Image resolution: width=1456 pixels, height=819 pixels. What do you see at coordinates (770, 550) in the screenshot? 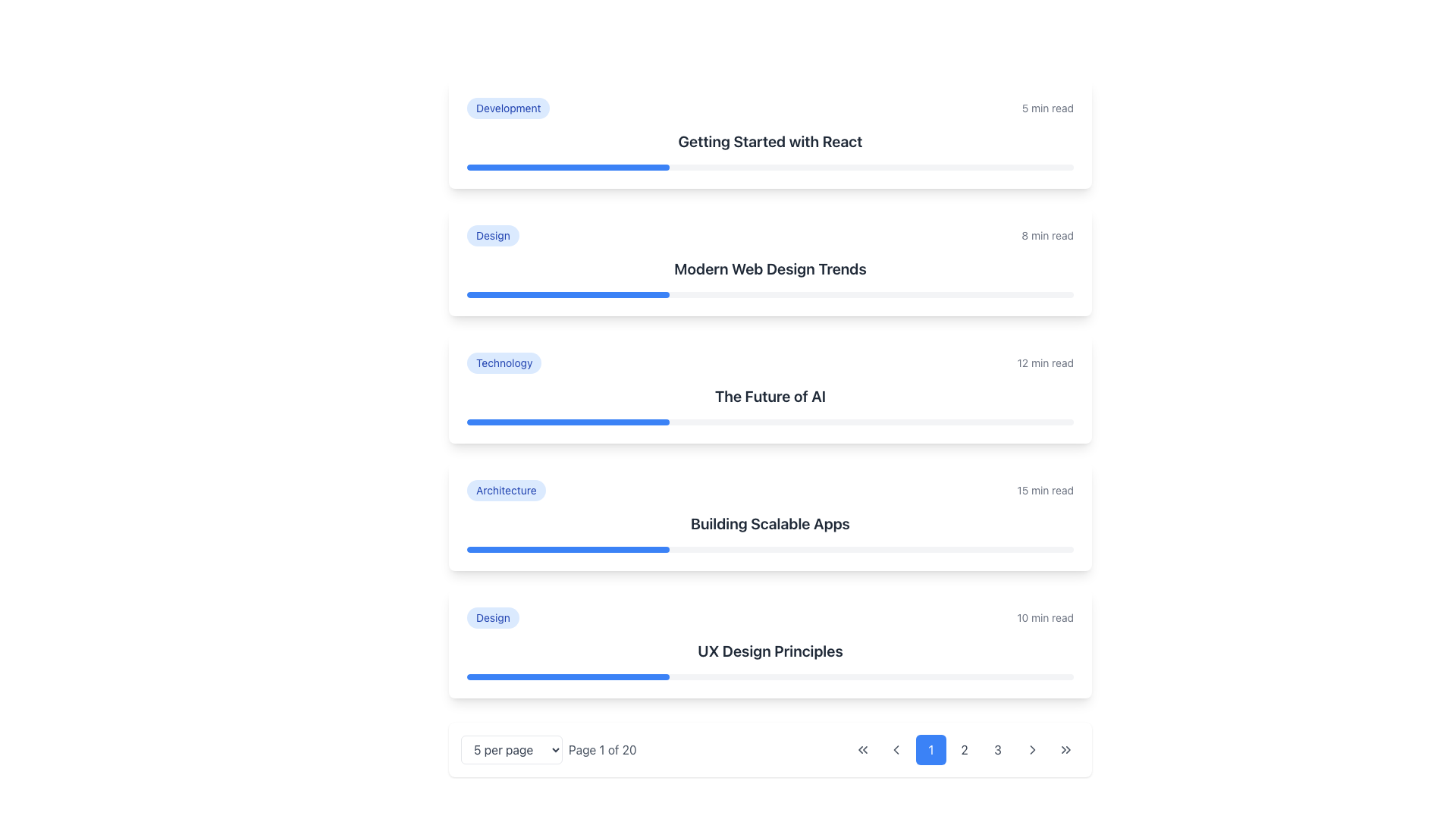
I see `the horizontal progress bar styled with a light gray background and blue progress indicator, located beneath the heading 'Building Scalable Apps'` at bounding box center [770, 550].